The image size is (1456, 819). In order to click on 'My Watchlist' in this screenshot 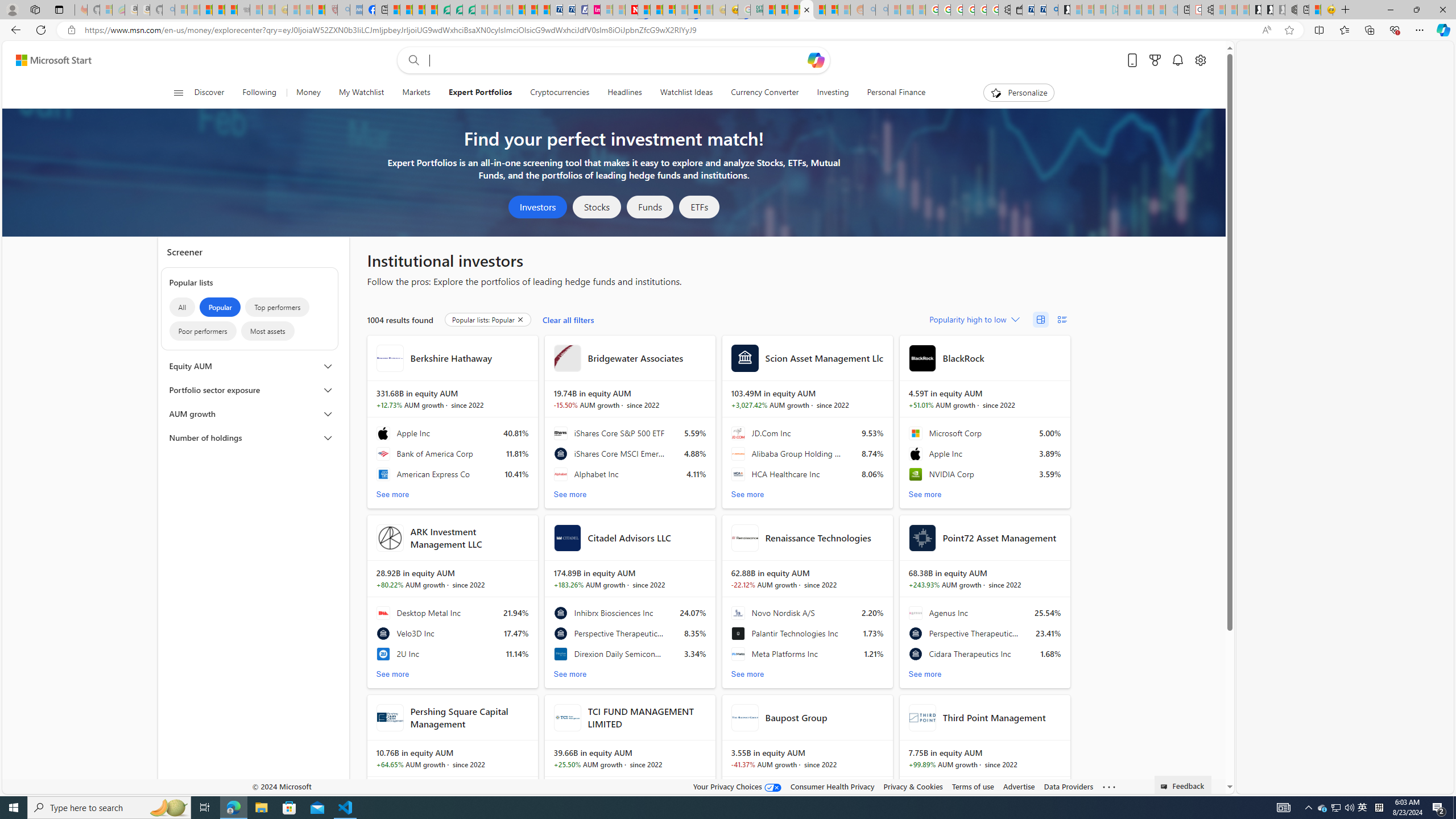, I will do `click(360, 92)`.